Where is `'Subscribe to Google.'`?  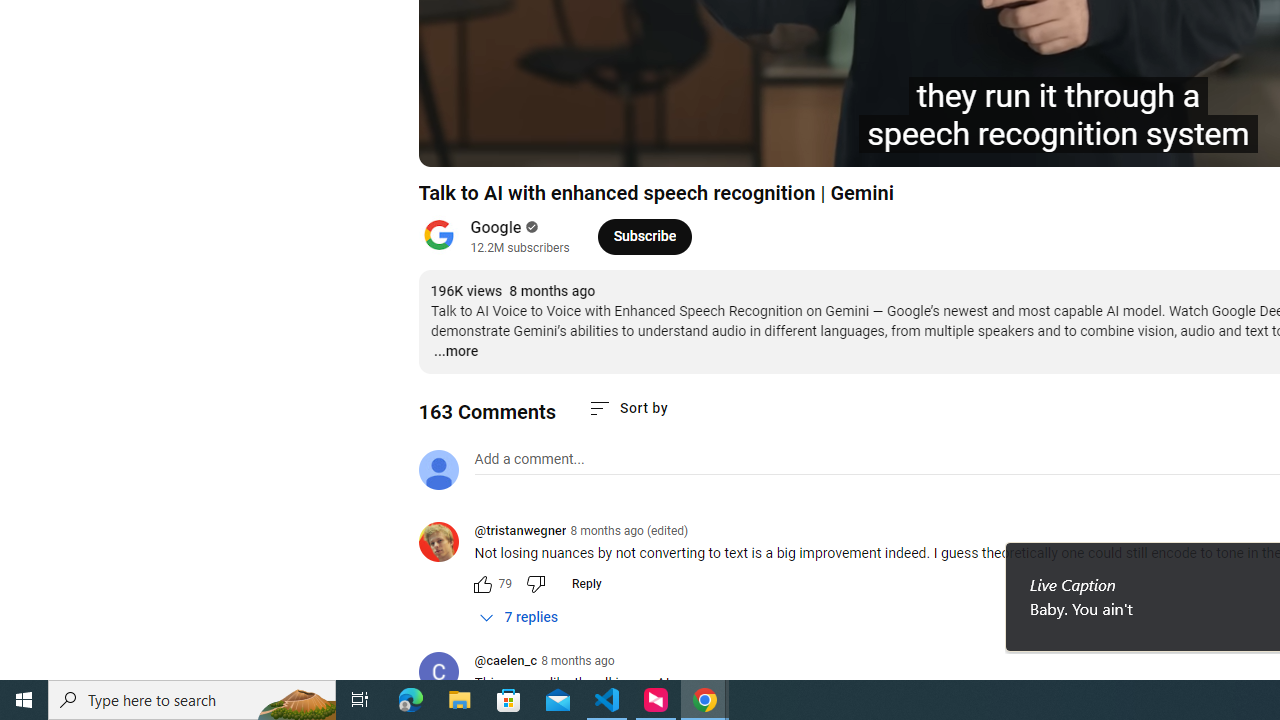
'Subscribe to Google.' is located at coordinates (644, 235).